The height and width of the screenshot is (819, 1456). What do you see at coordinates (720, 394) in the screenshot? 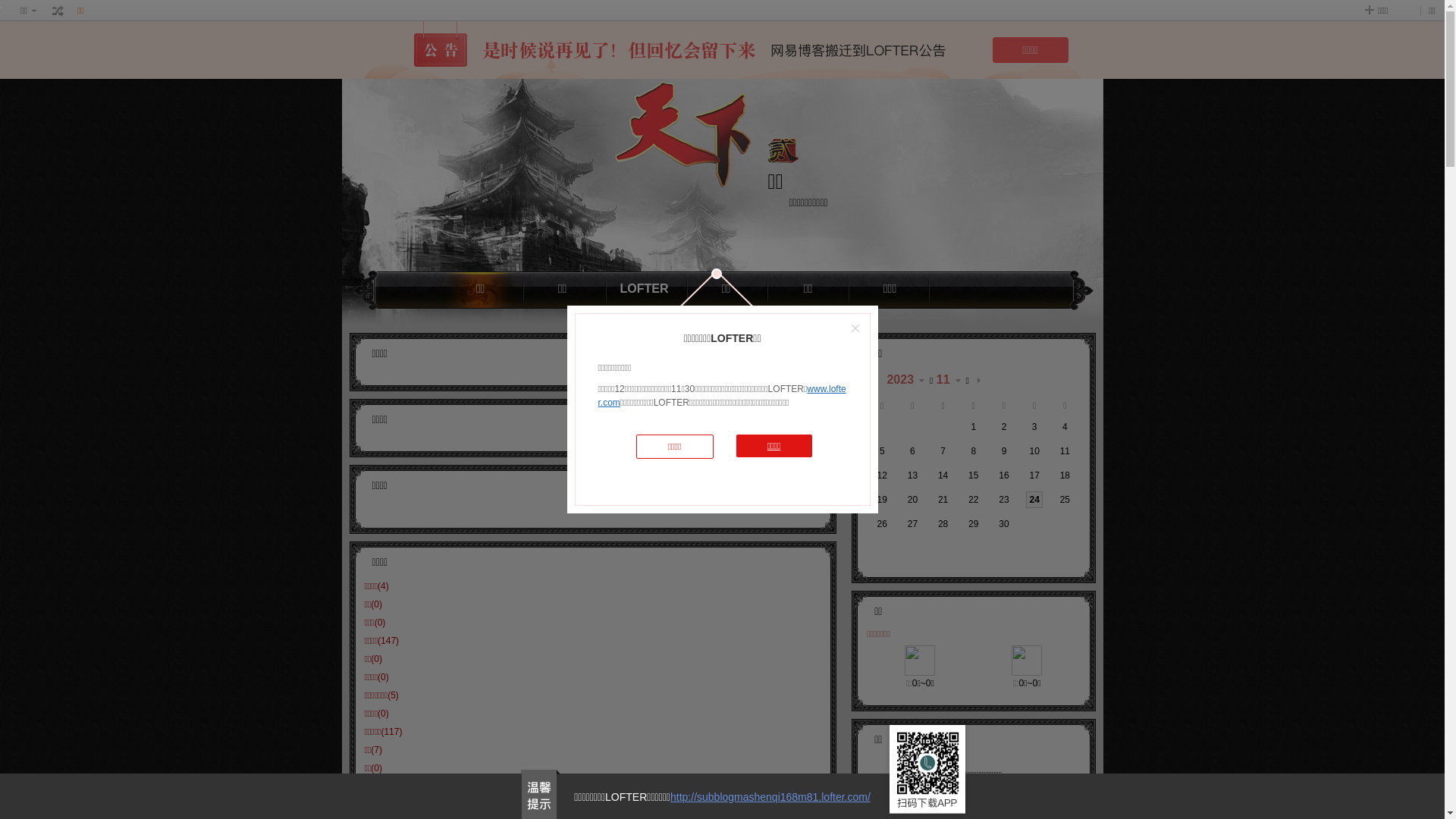
I see `'www.lofter.com'` at bounding box center [720, 394].